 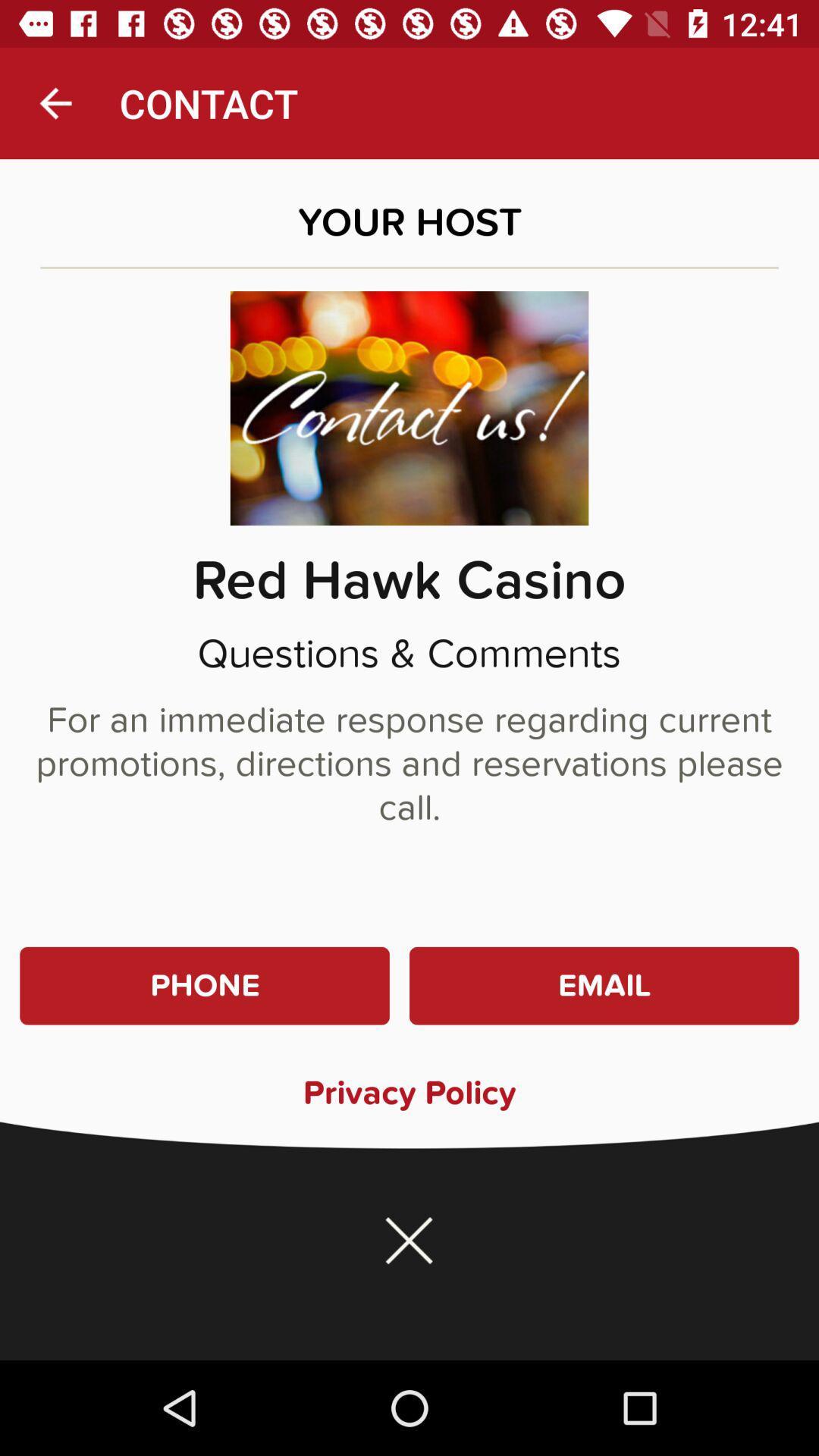 What do you see at coordinates (603, 986) in the screenshot?
I see `the icon to the right of phone icon` at bounding box center [603, 986].